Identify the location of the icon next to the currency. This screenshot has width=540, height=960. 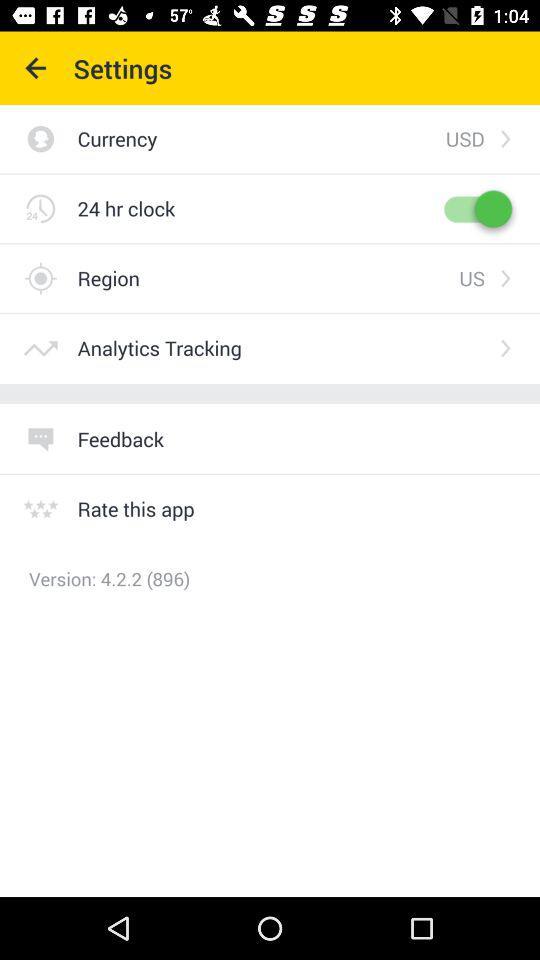
(465, 137).